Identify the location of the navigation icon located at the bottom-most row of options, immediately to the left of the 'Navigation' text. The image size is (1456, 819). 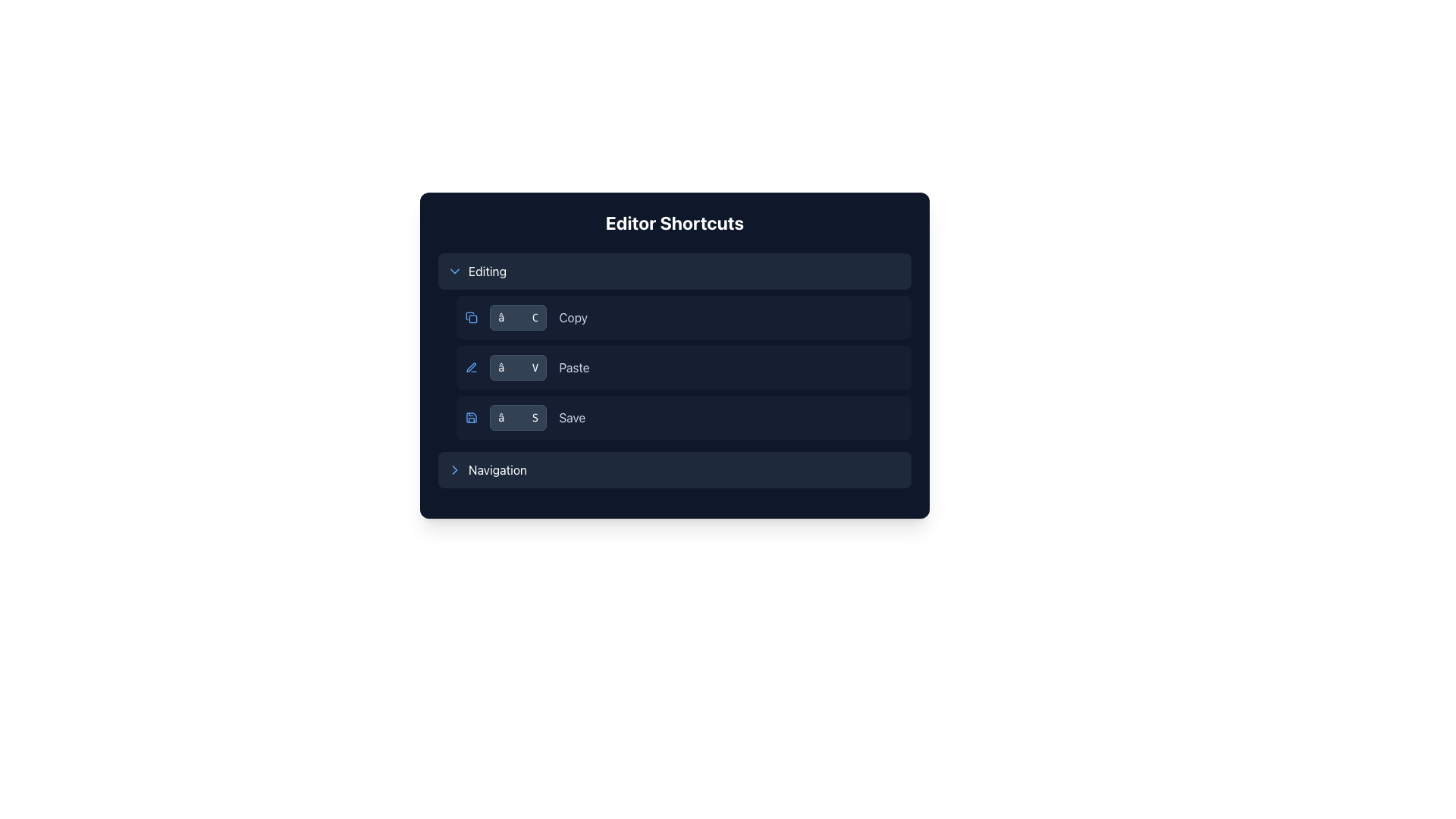
(454, 469).